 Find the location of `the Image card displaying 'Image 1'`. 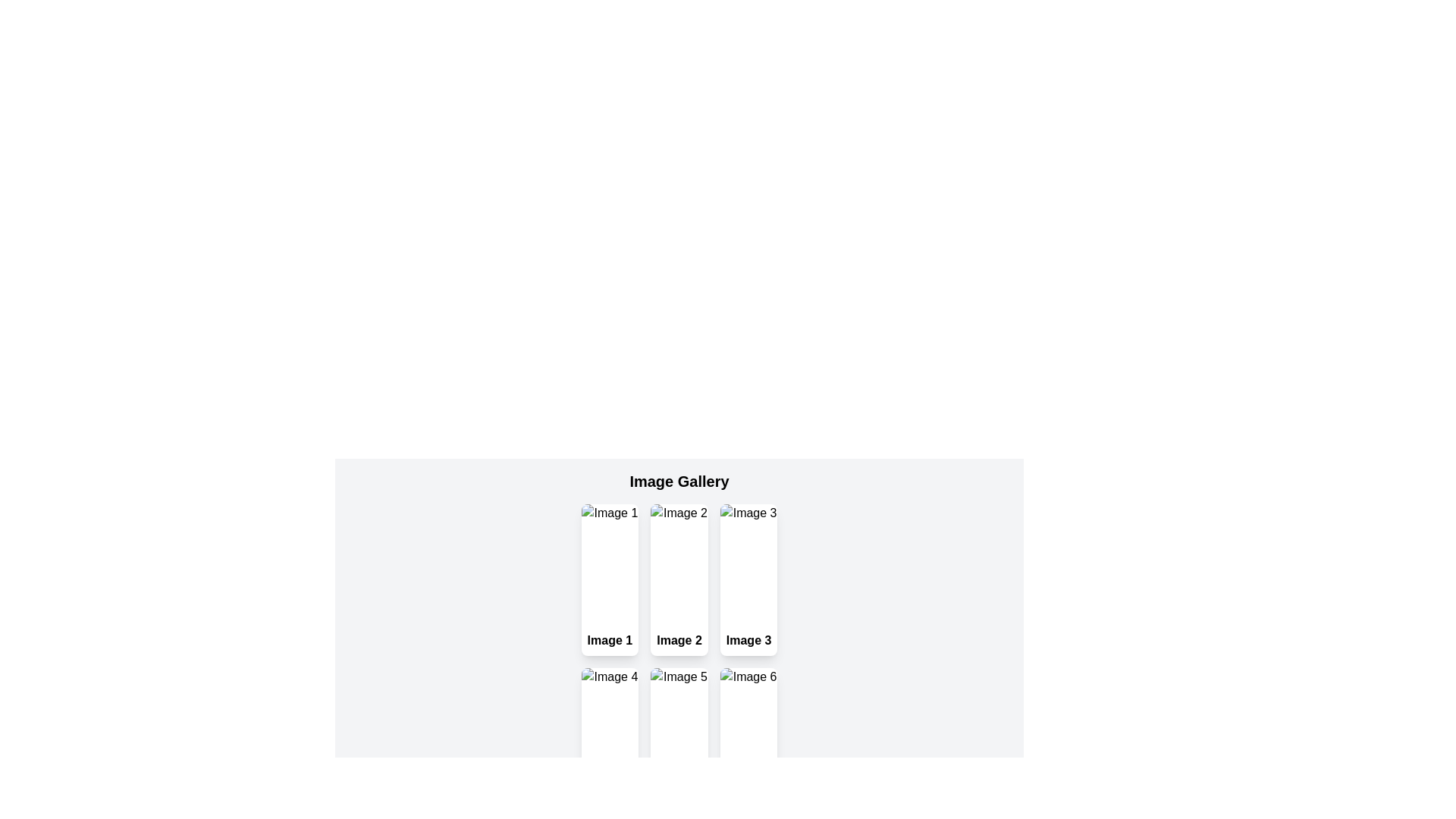

the Image card displaying 'Image 1' is located at coordinates (610, 579).